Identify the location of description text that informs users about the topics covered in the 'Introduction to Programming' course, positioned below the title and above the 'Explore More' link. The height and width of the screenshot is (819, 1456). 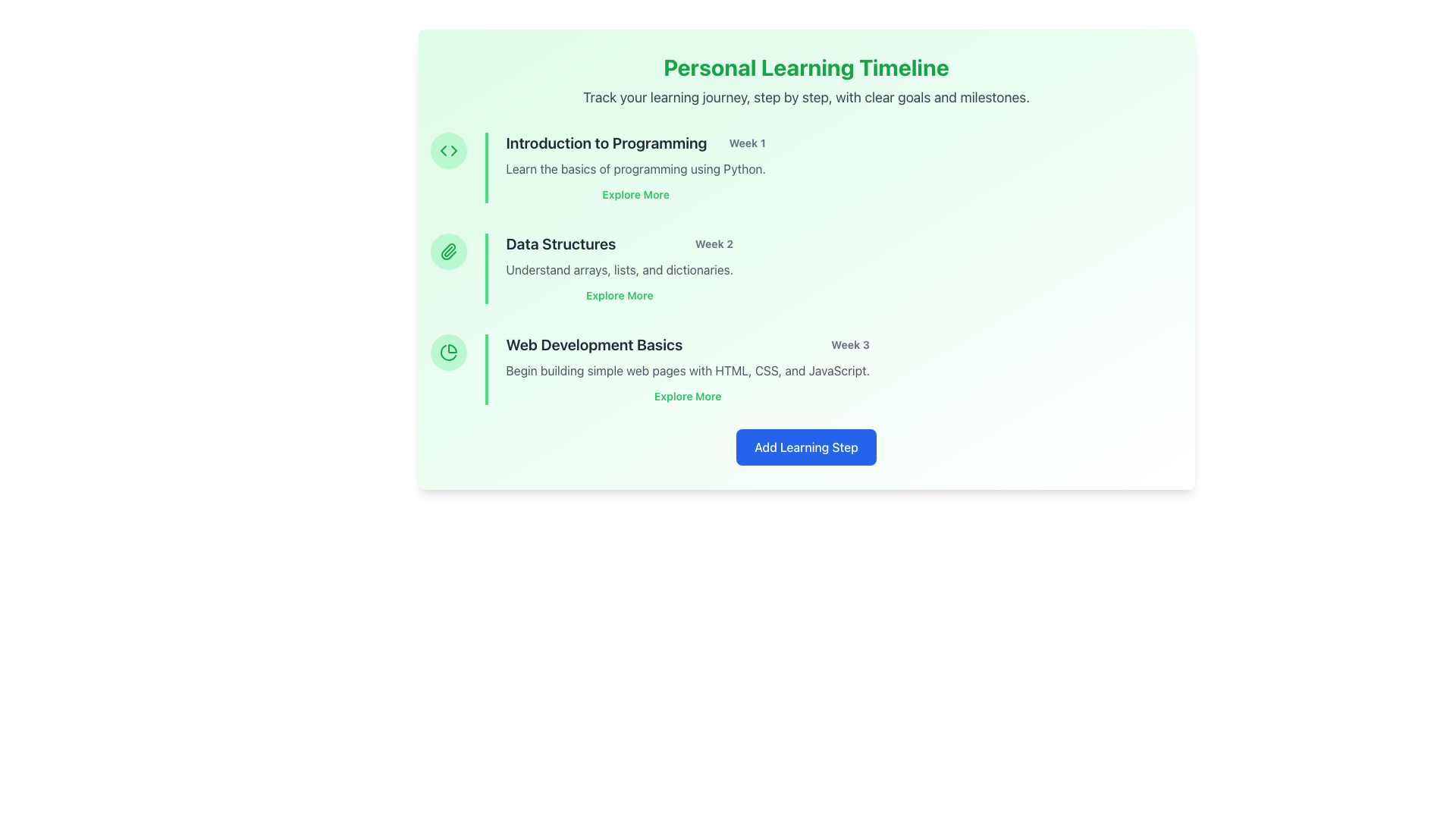
(635, 169).